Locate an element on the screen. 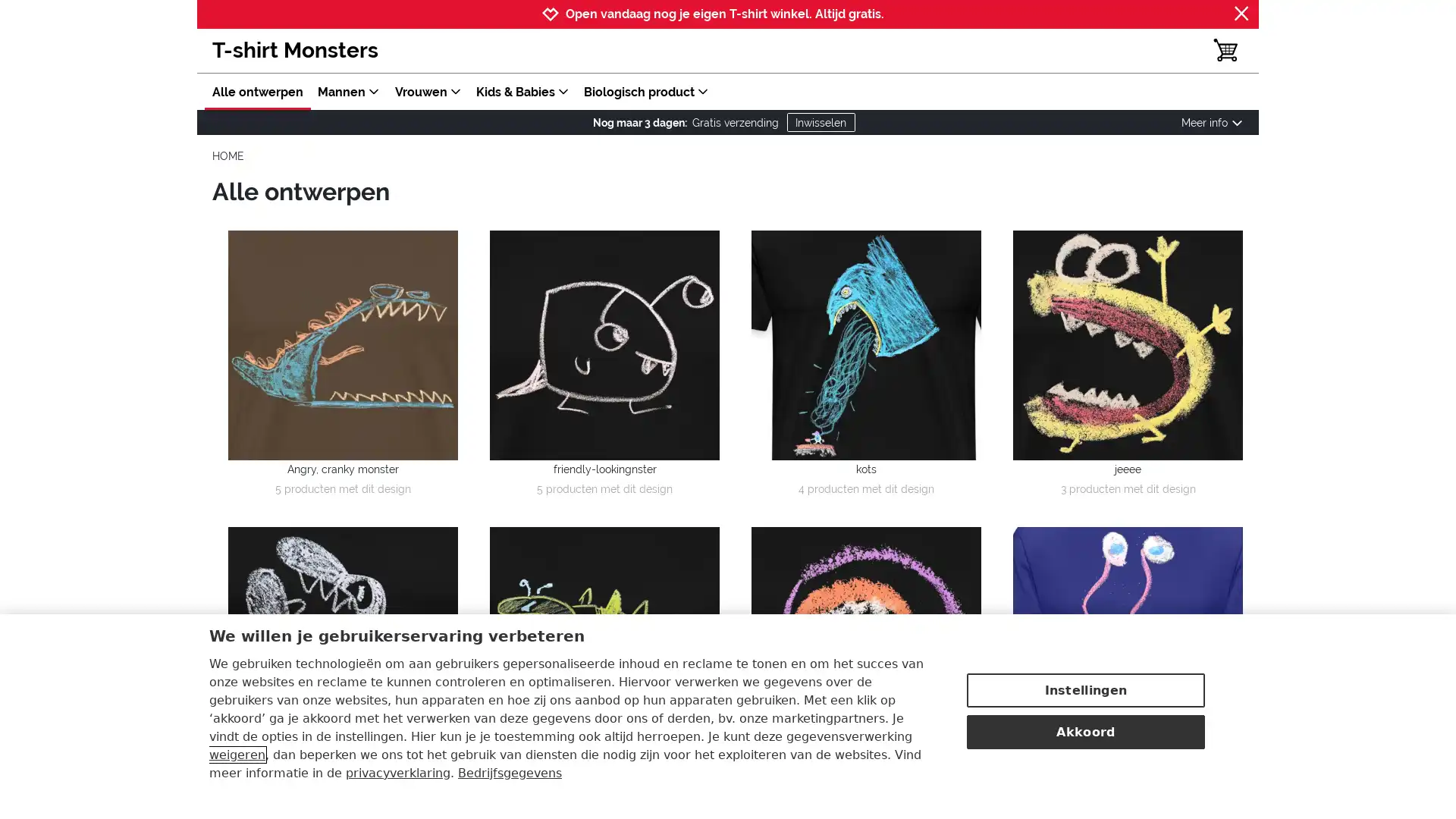 The image size is (1456, 819). jeeee - Mannen Premium T-shirt is located at coordinates (1128, 344).